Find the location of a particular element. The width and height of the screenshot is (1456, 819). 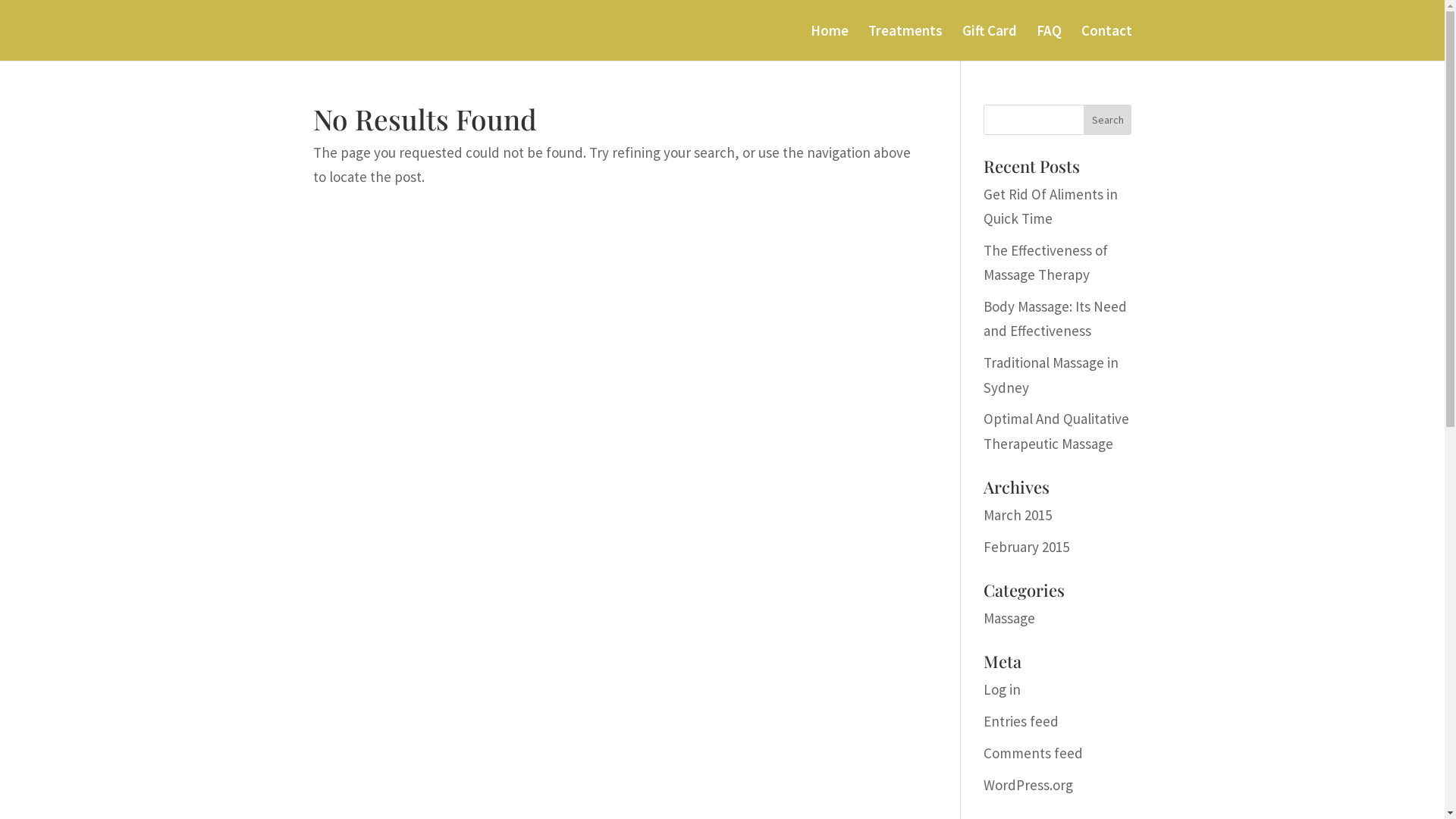

'WordPress.org' is located at coordinates (1028, 784).